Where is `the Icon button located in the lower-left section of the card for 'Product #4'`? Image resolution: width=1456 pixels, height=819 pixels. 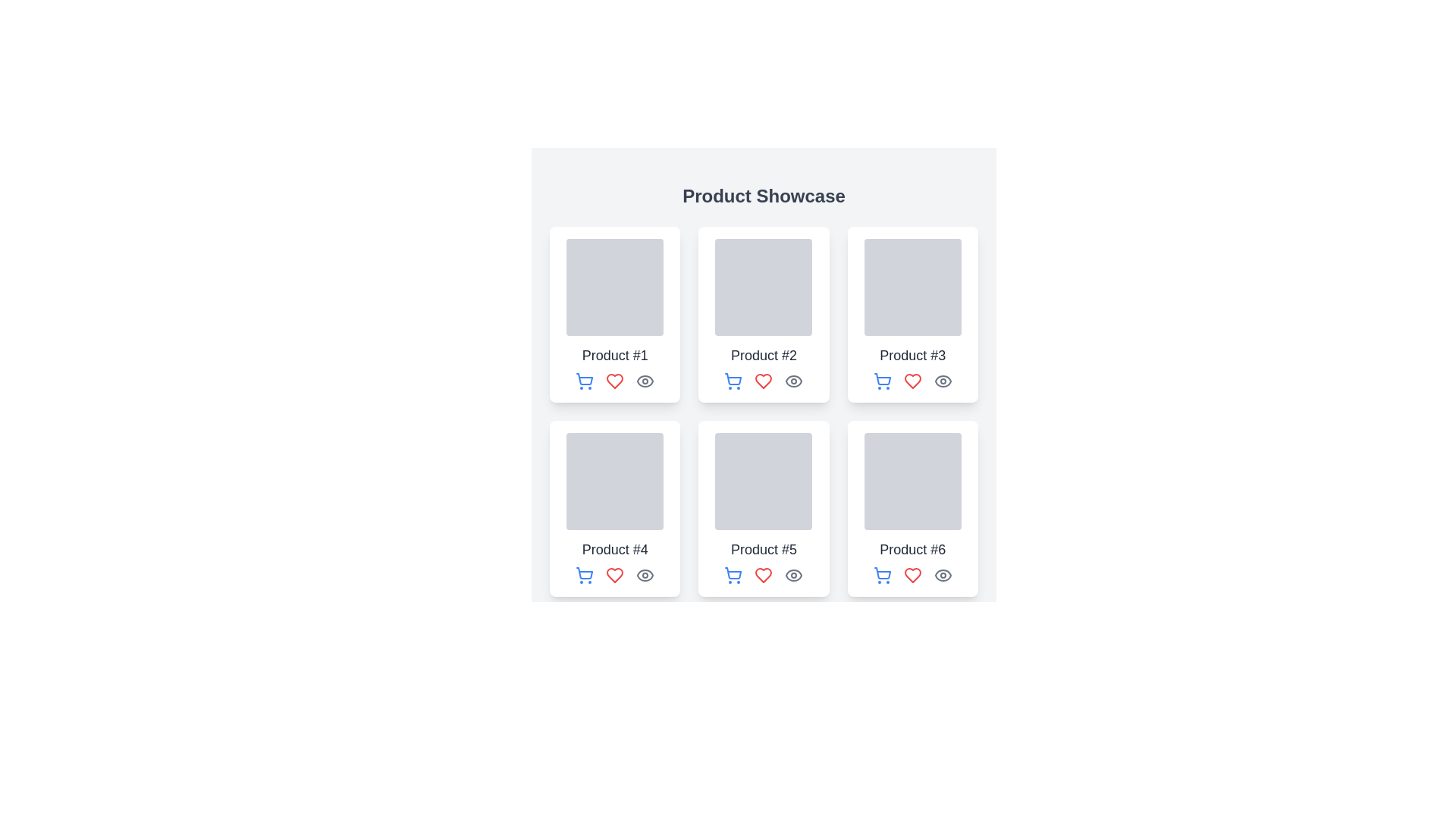 the Icon button located in the lower-left section of the card for 'Product #4' is located at coordinates (584, 576).